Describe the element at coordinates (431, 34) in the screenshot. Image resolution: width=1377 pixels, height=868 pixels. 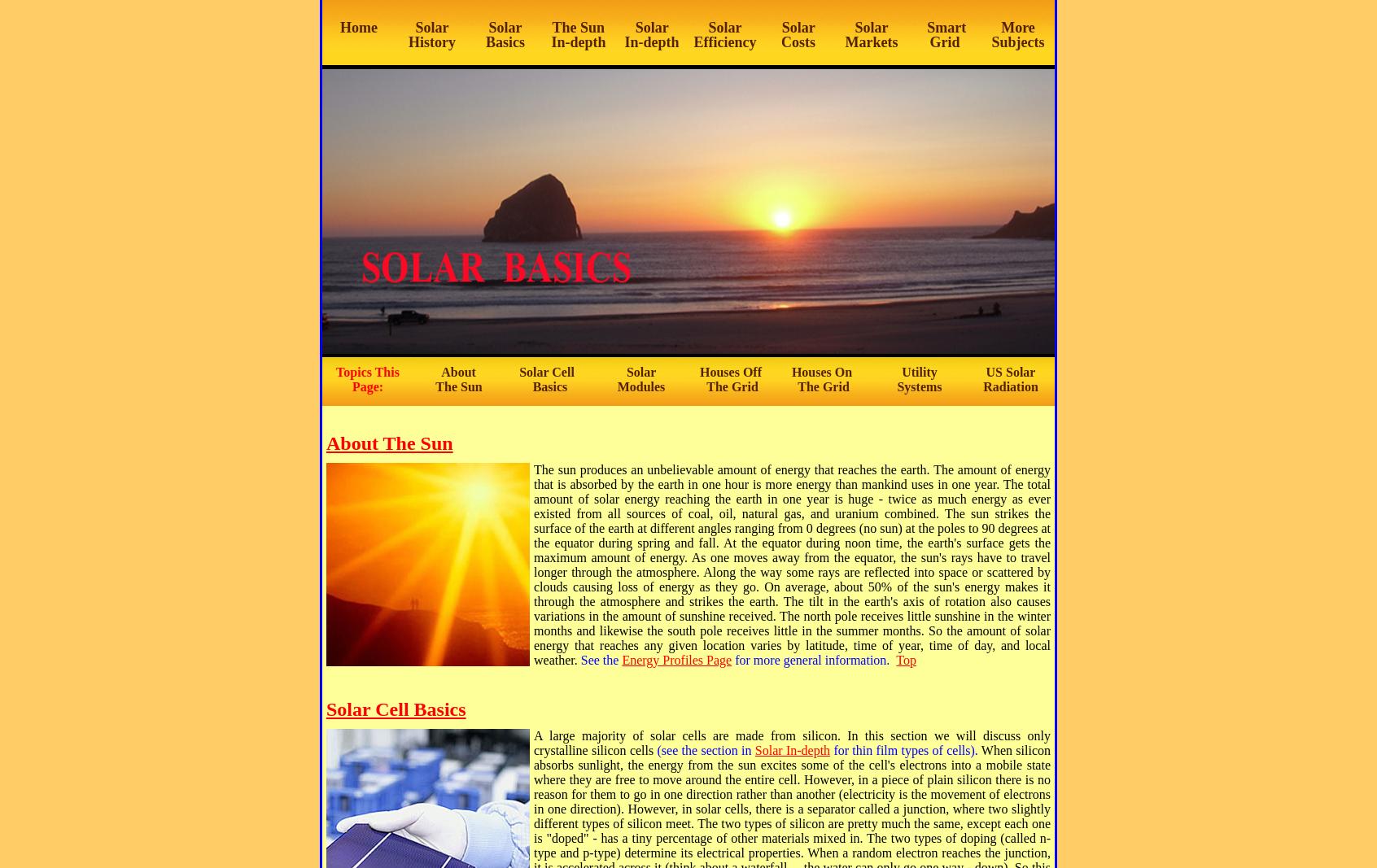
I see `'Solar History'` at that location.